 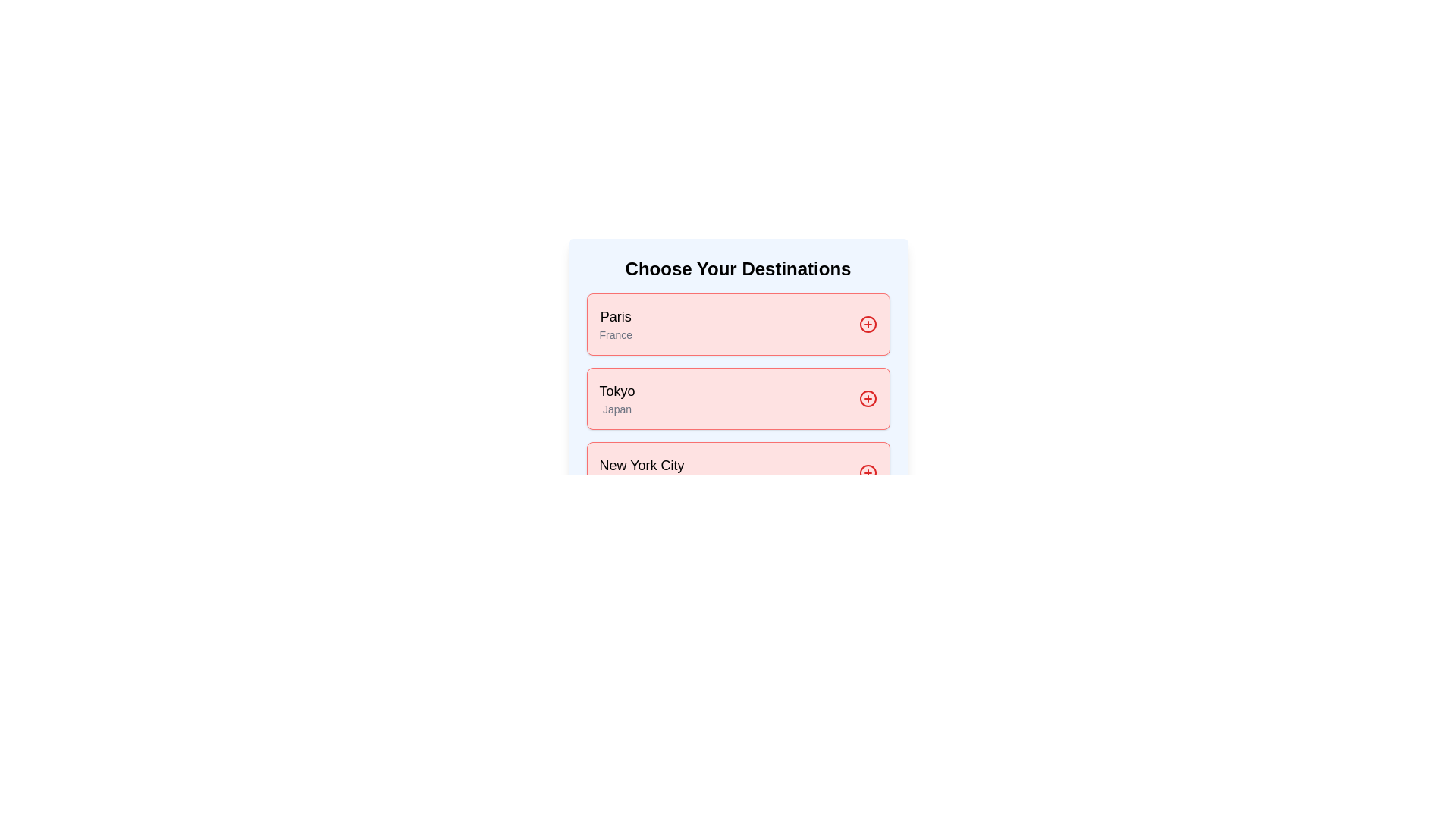 What do you see at coordinates (868, 472) in the screenshot?
I see `the circular graphic element located in the bottom-right area of the 'New York City' card` at bounding box center [868, 472].